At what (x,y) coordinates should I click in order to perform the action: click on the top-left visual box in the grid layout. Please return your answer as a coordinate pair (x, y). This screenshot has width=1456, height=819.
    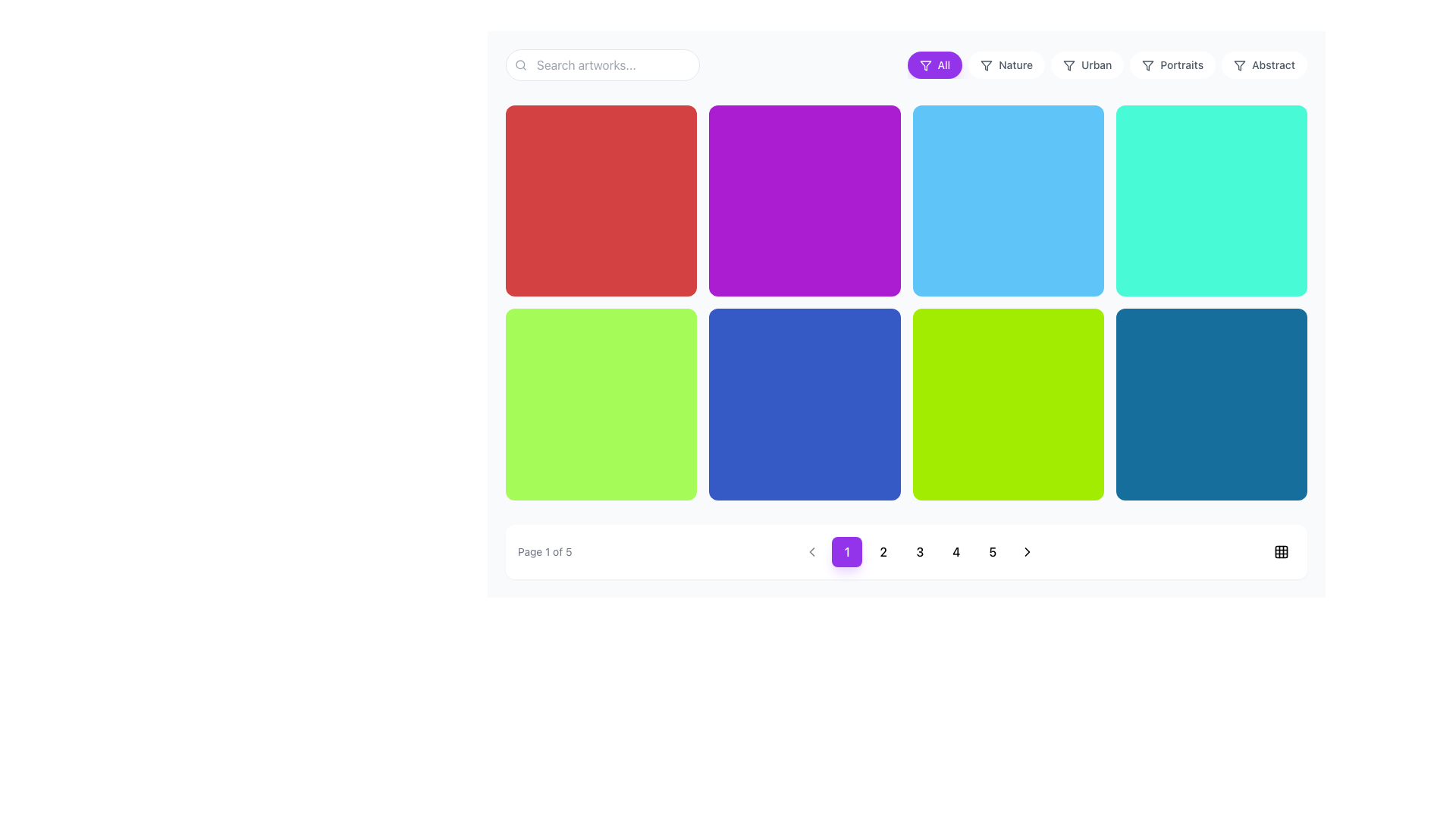
    Looking at the image, I should click on (601, 200).